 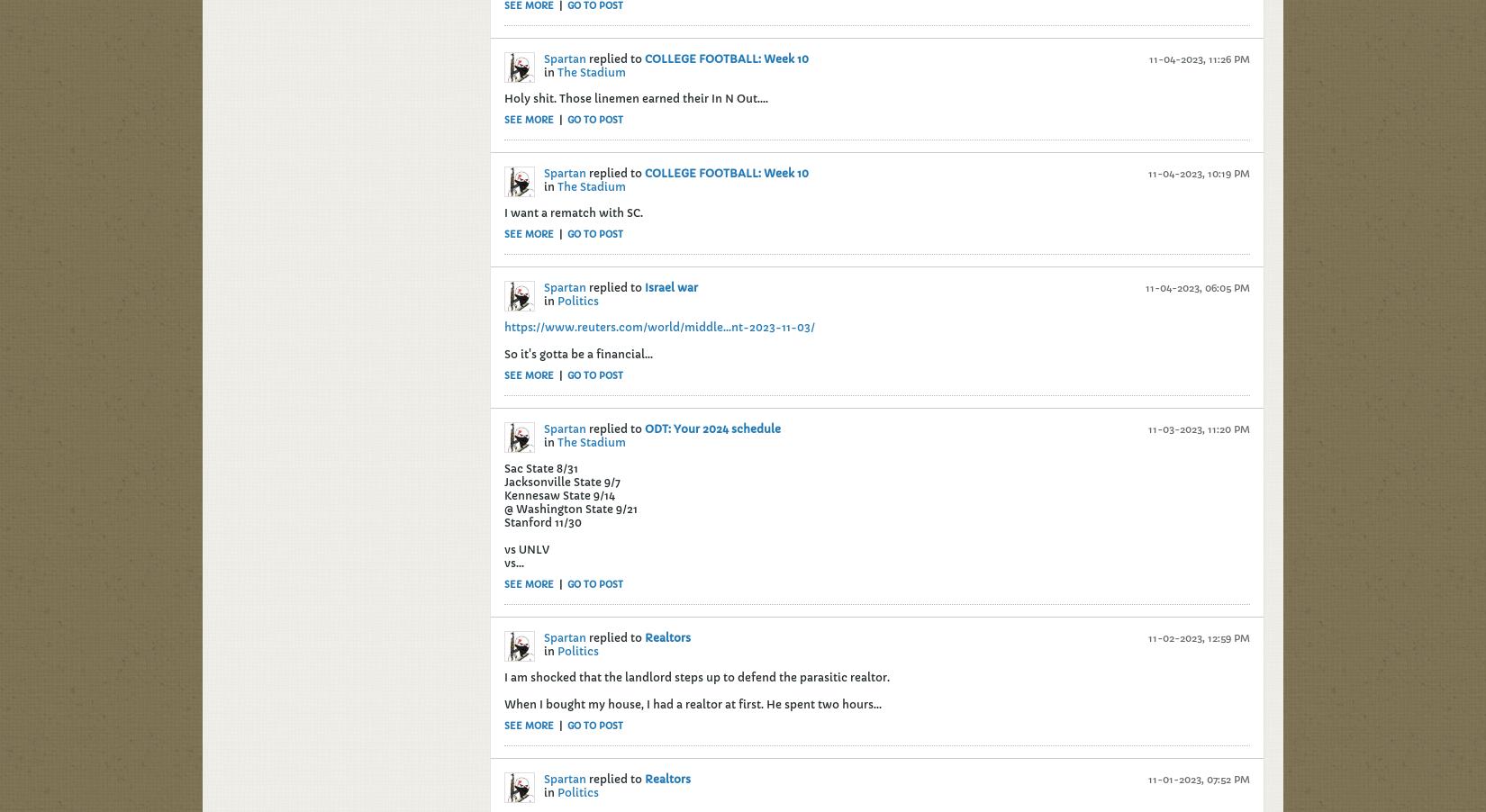 I want to click on 'So it's gotta be a financial...', so click(x=577, y=353).